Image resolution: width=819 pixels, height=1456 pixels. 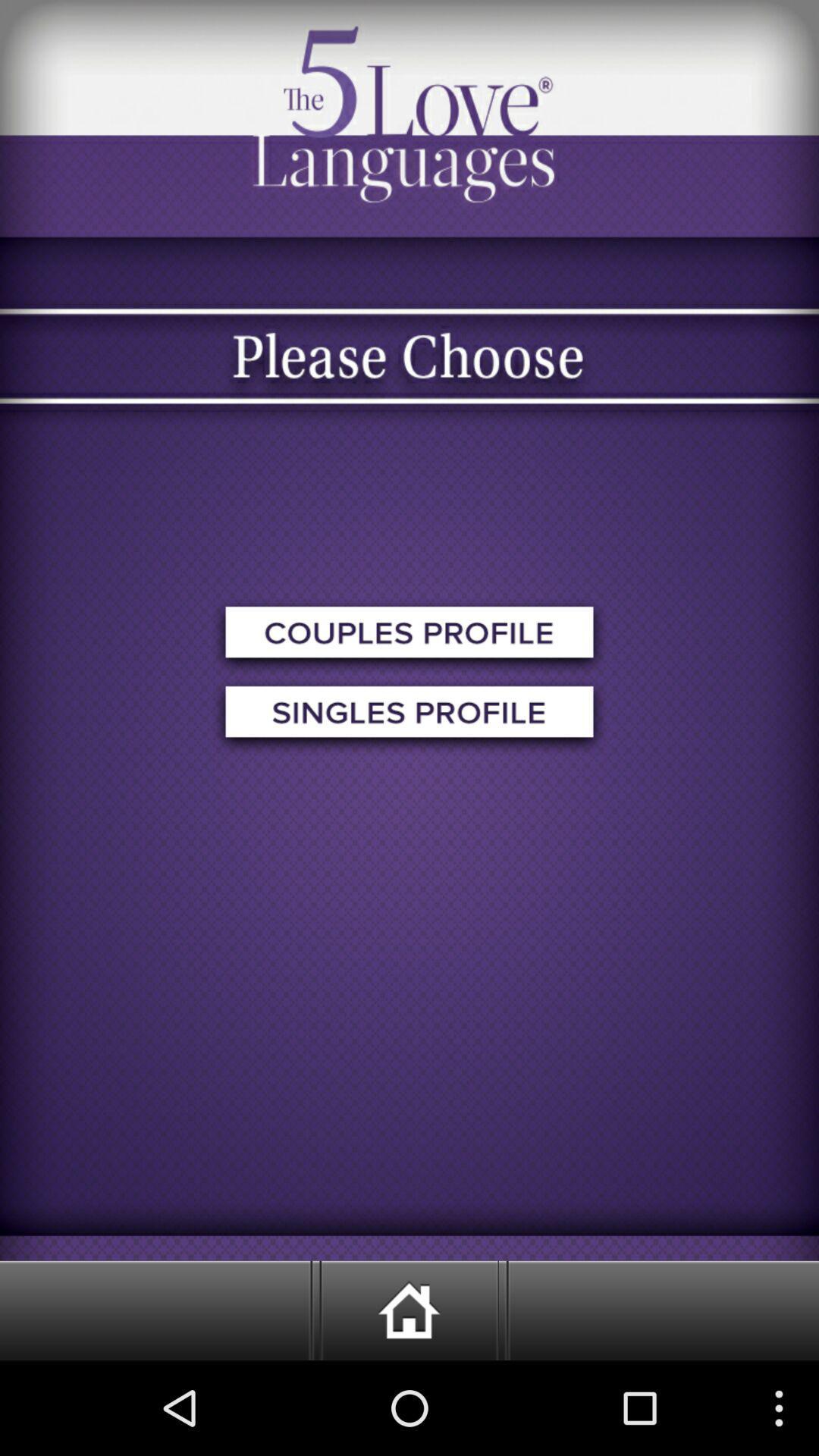 What do you see at coordinates (409, 716) in the screenshot?
I see `open singles profile` at bounding box center [409, 716].